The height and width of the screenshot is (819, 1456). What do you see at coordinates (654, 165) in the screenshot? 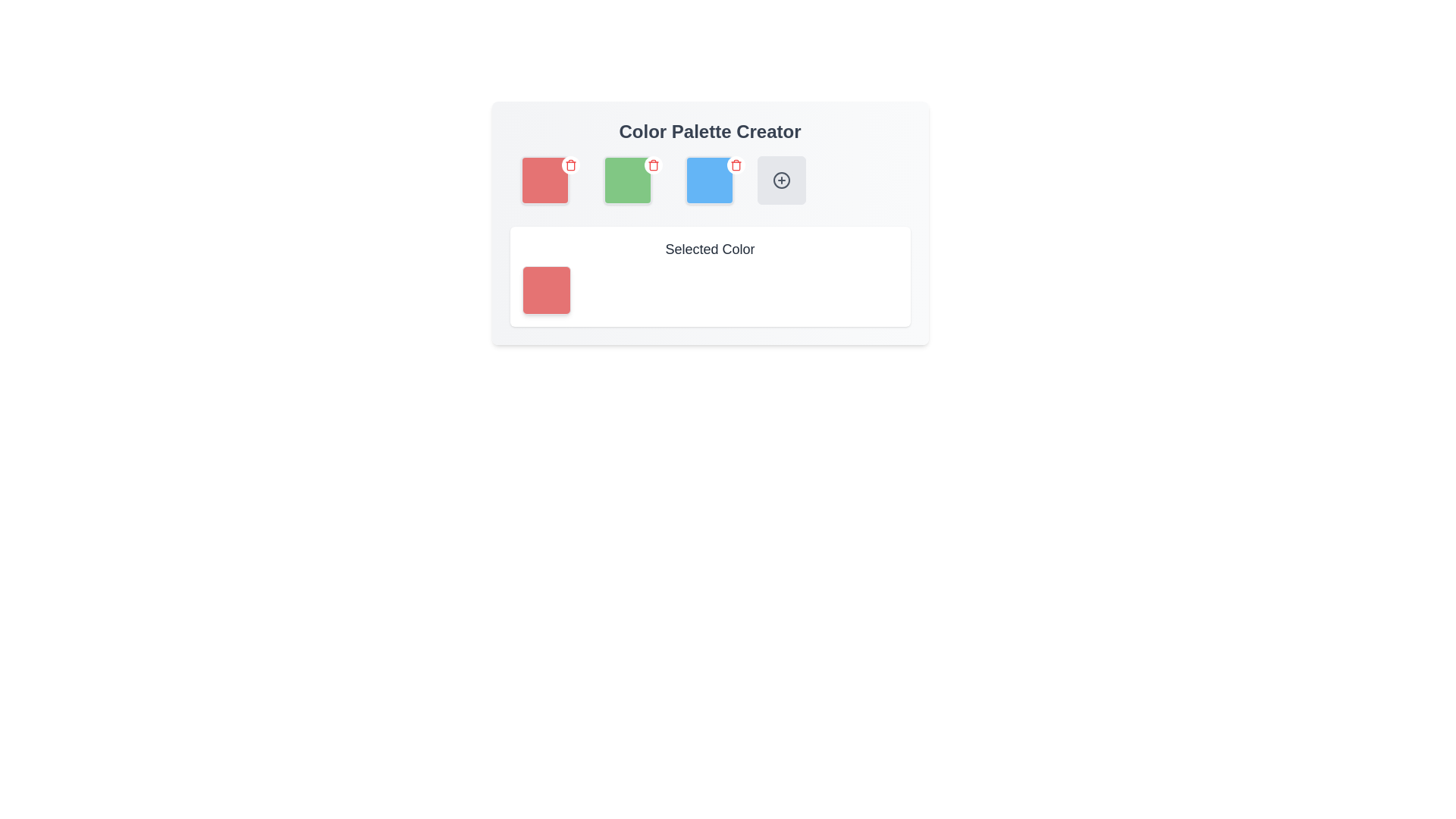
I see `the trash icon with a red border on the green color square` at bounding box center [654, 165].